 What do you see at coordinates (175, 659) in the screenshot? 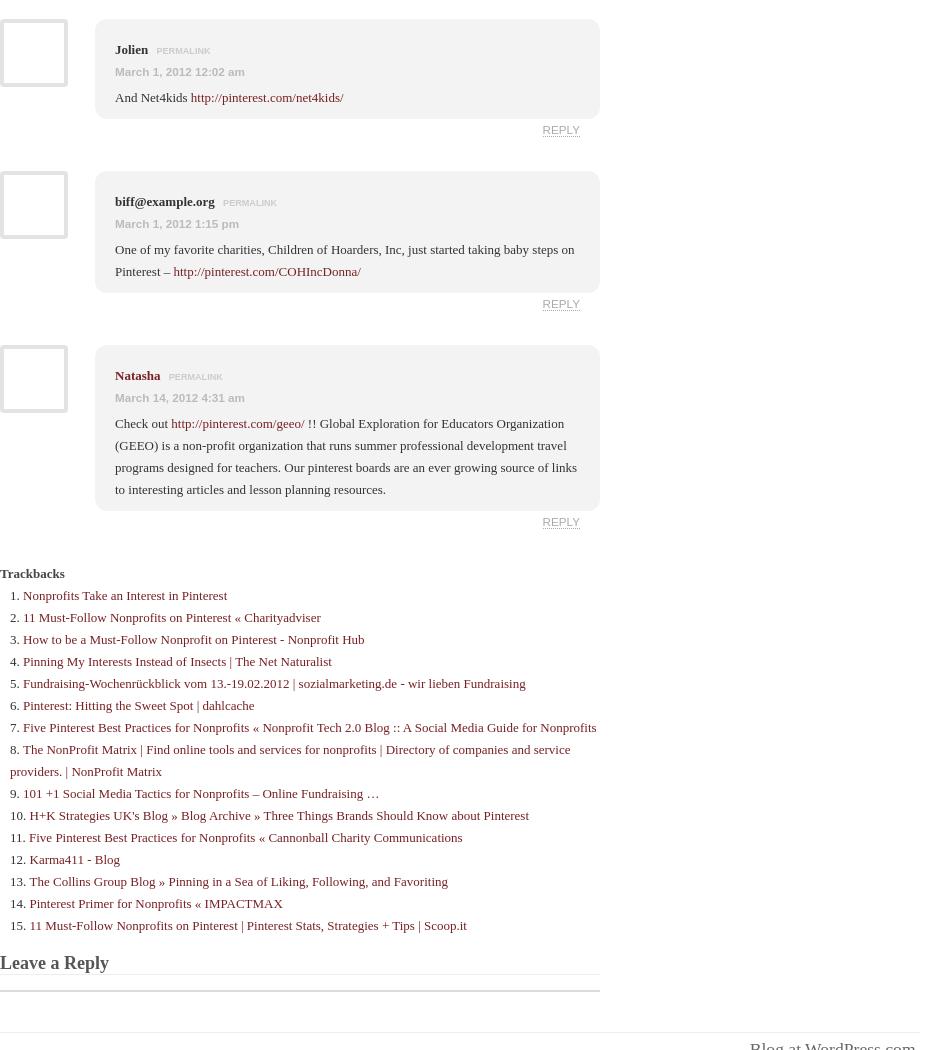
I see `'Pinning My Interests Instead of Insects | The Net Naturalist'` at bounding box center [175, 659].